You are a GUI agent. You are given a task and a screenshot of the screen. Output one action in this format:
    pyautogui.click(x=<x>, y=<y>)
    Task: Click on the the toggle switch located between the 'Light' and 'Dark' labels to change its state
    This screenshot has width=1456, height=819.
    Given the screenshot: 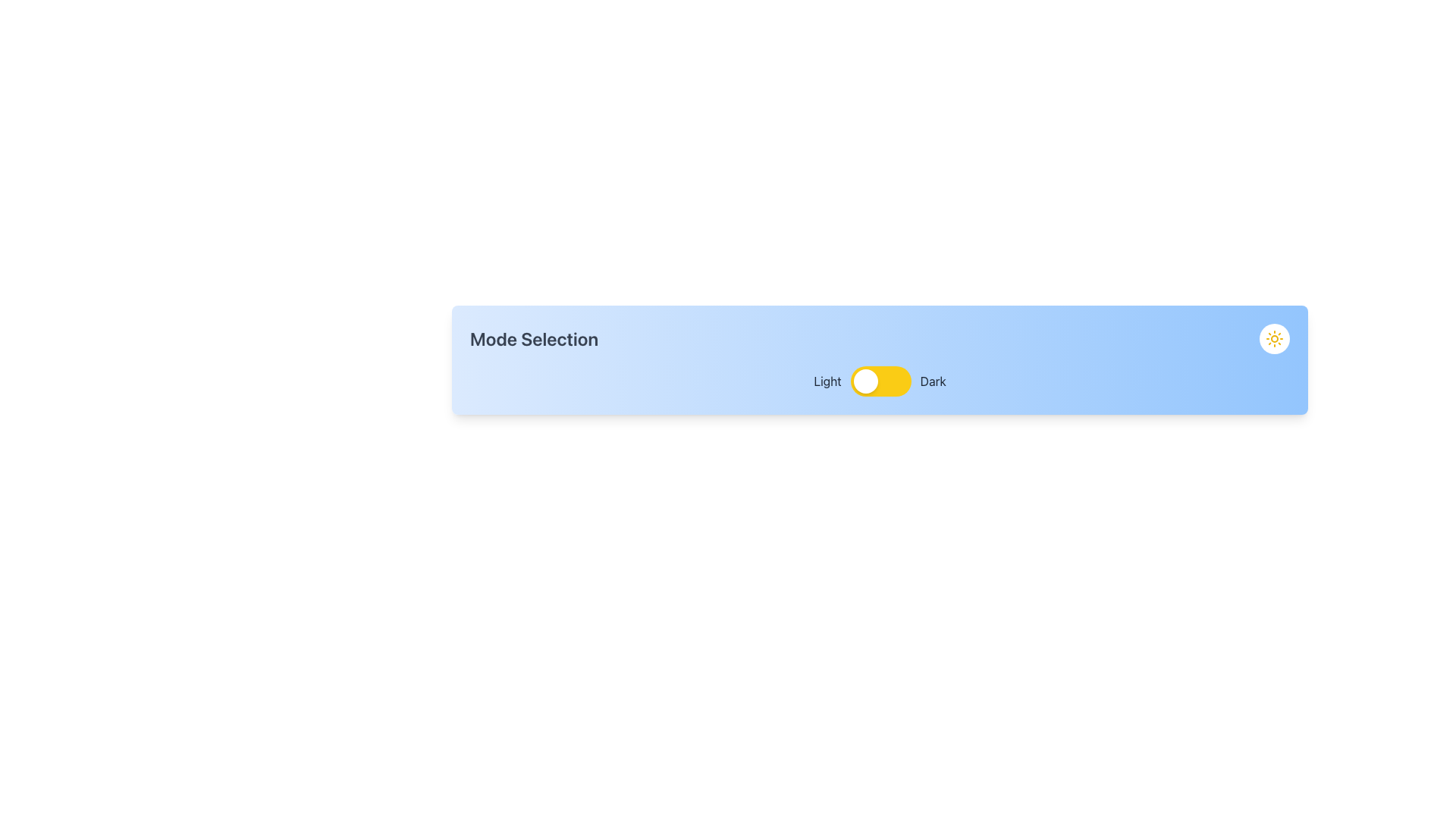 What is the action you would take?
    pyautogui.click(x=880, y=380)
    